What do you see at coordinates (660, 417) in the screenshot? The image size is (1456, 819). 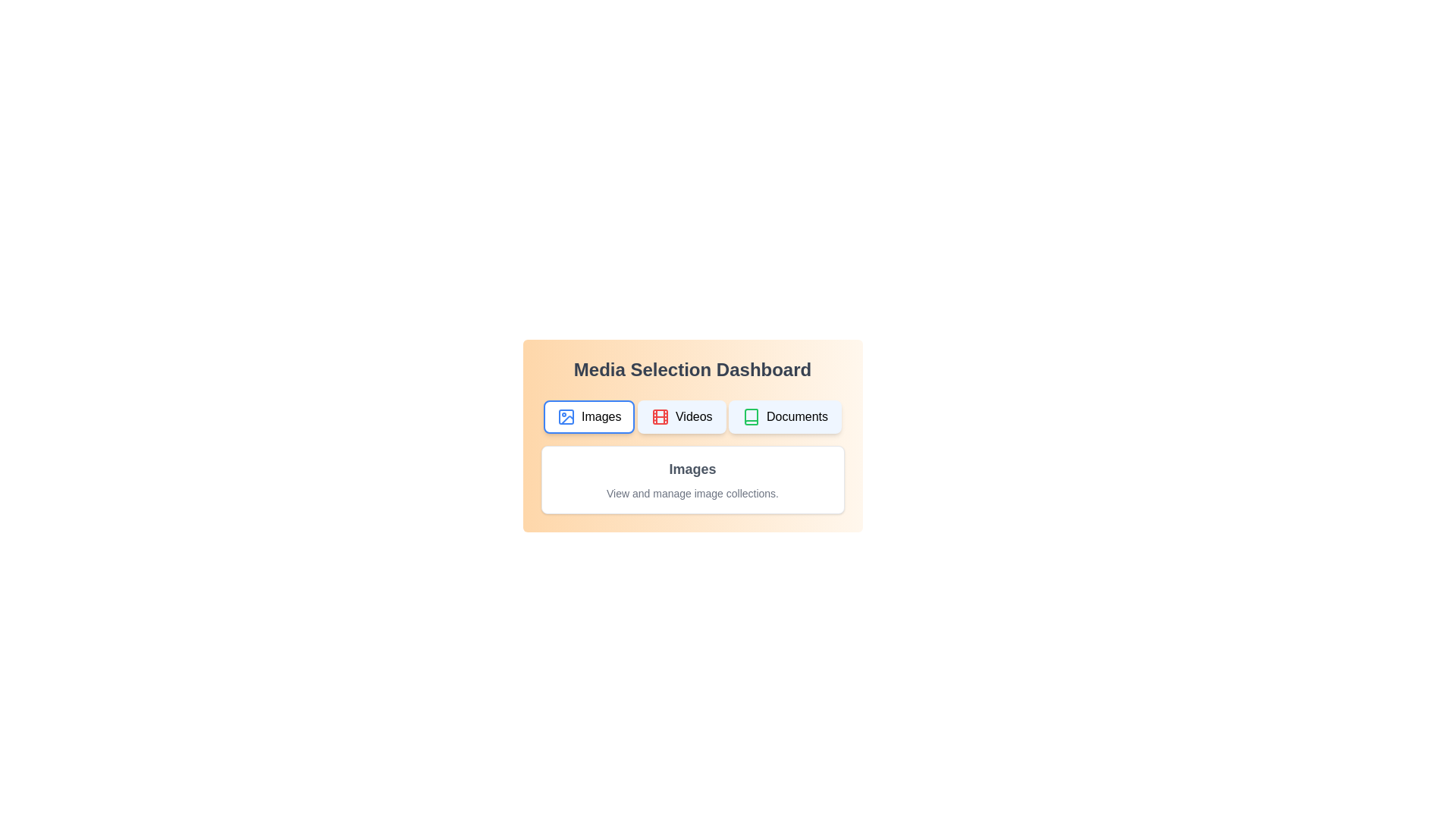 I see `the red filmstrip icon located to the left of the 'Videos' text in the button-like structure` at bounding box center [660, 417].